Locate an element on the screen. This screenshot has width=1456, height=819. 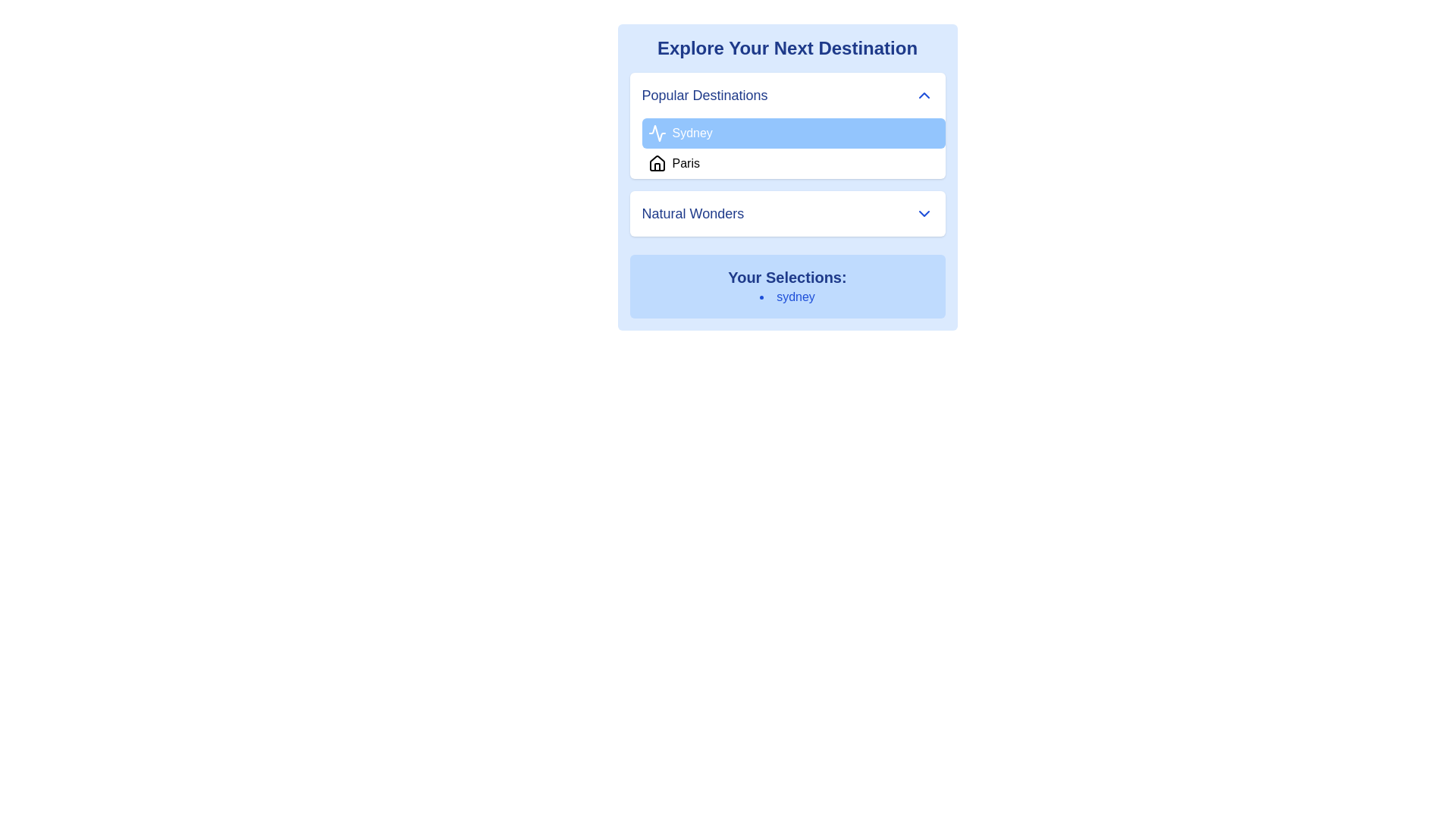
the icon located to the right of the text 'Natural Wonders' is located at coordinates (923, 213).